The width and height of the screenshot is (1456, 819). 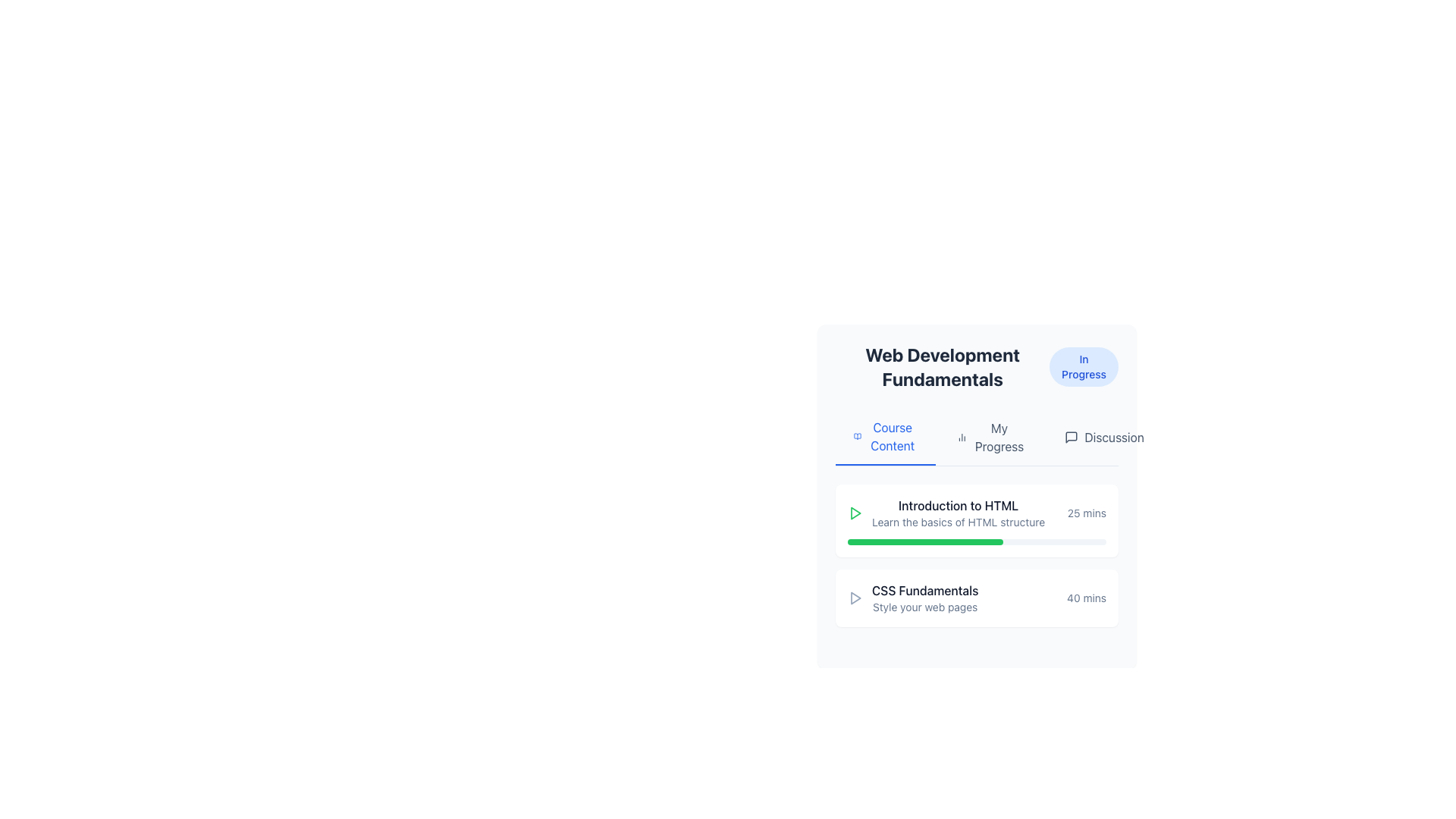 I want to click on the read-only text label providing additional information about the 'CSS Fundamentals' topic, located below the title in the card-like UI layout, so click(x=924, y=607).